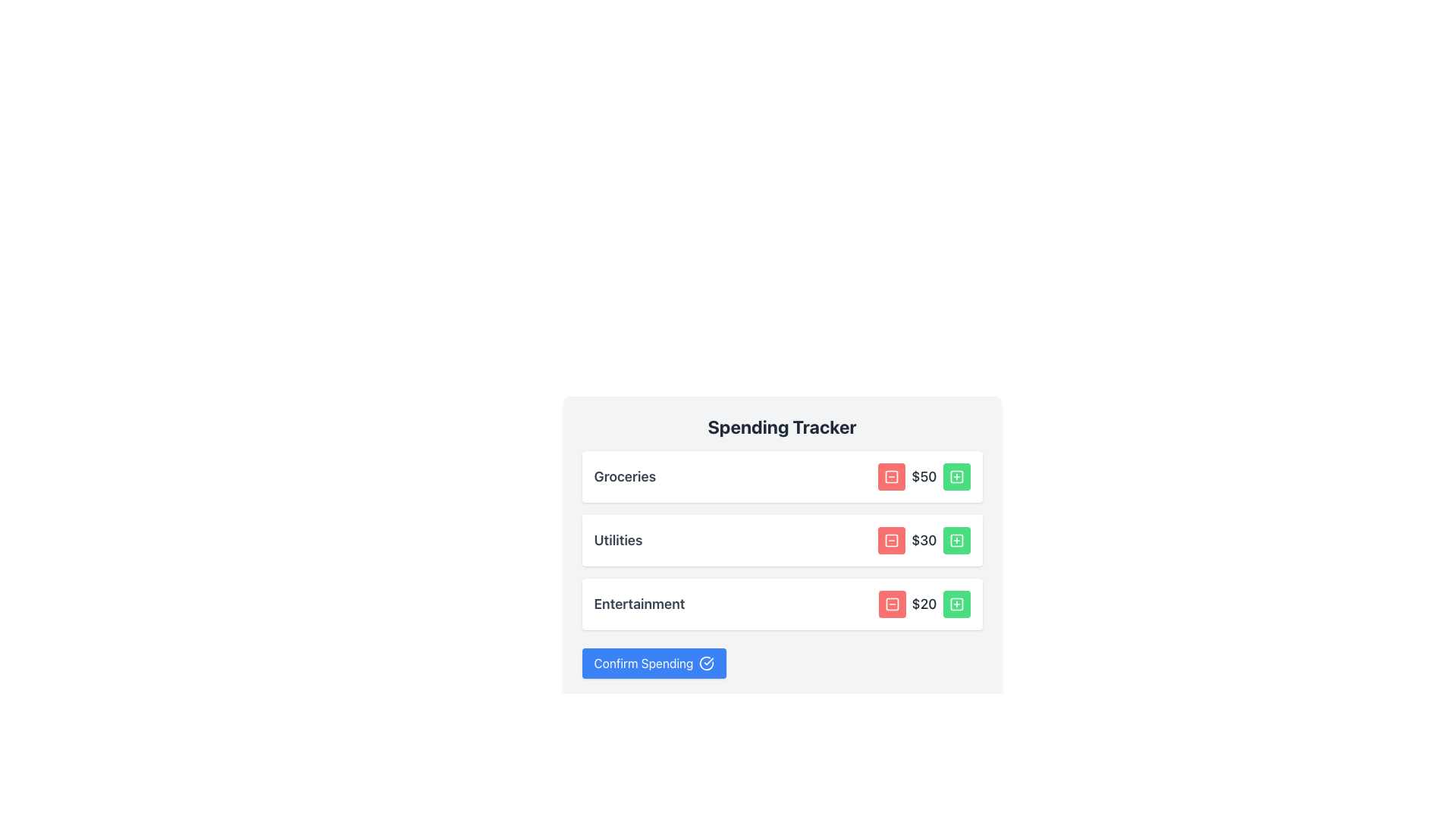 The image size is (1456, 819). Describe the element at coordinates (782, 604) in the screenshot. I see `the List item labeled 'Entertainment' in the Spending Tracker` at that location.